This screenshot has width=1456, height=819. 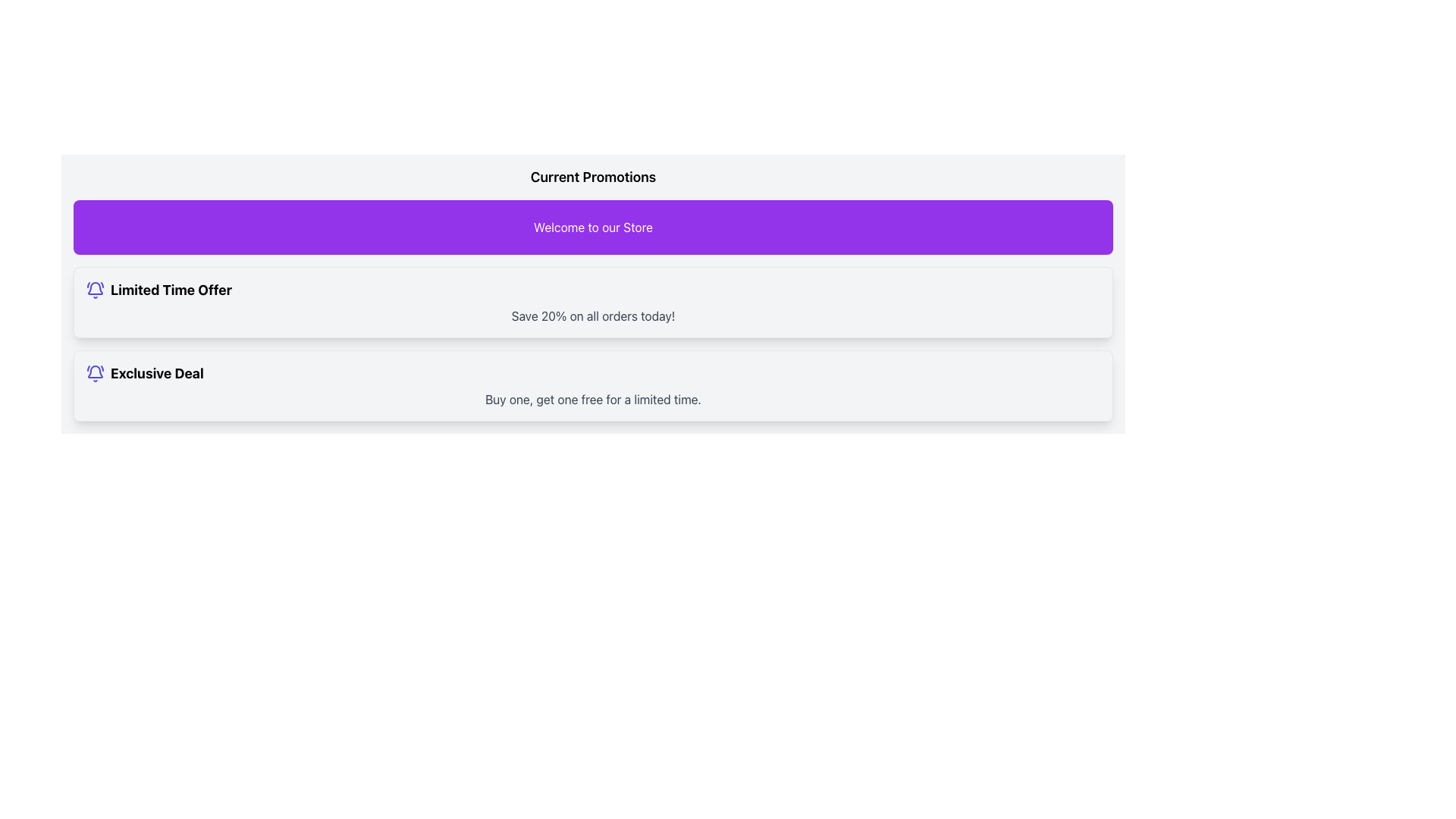 I want to click on the purple bell icon located to the left of the 'Limited Time Offer' text, so click(x=94, y=290).